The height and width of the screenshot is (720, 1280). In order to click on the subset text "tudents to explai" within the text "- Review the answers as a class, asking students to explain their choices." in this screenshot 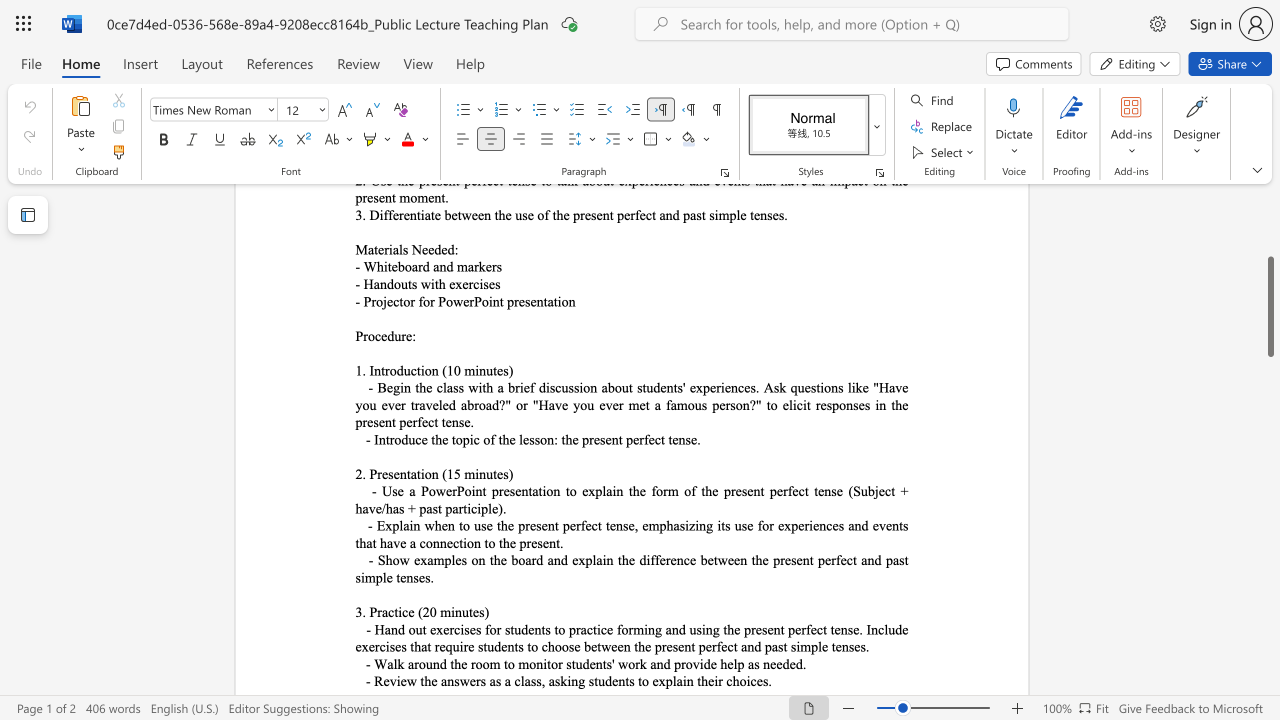, I will do `click(593, 680)`.